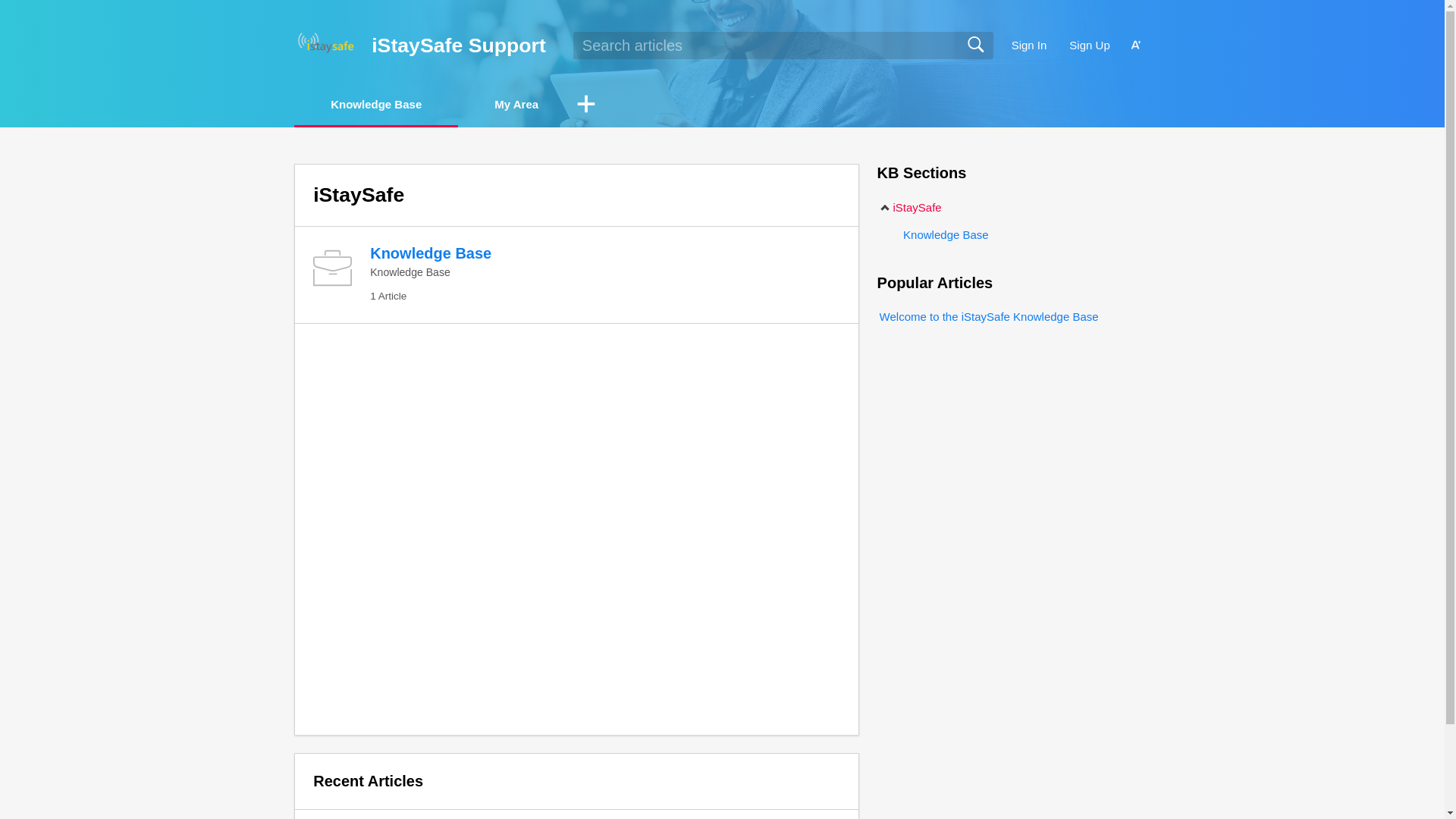 This screenshot has height=819, width=1456. I want to click on 'Search', so click(966, 44).